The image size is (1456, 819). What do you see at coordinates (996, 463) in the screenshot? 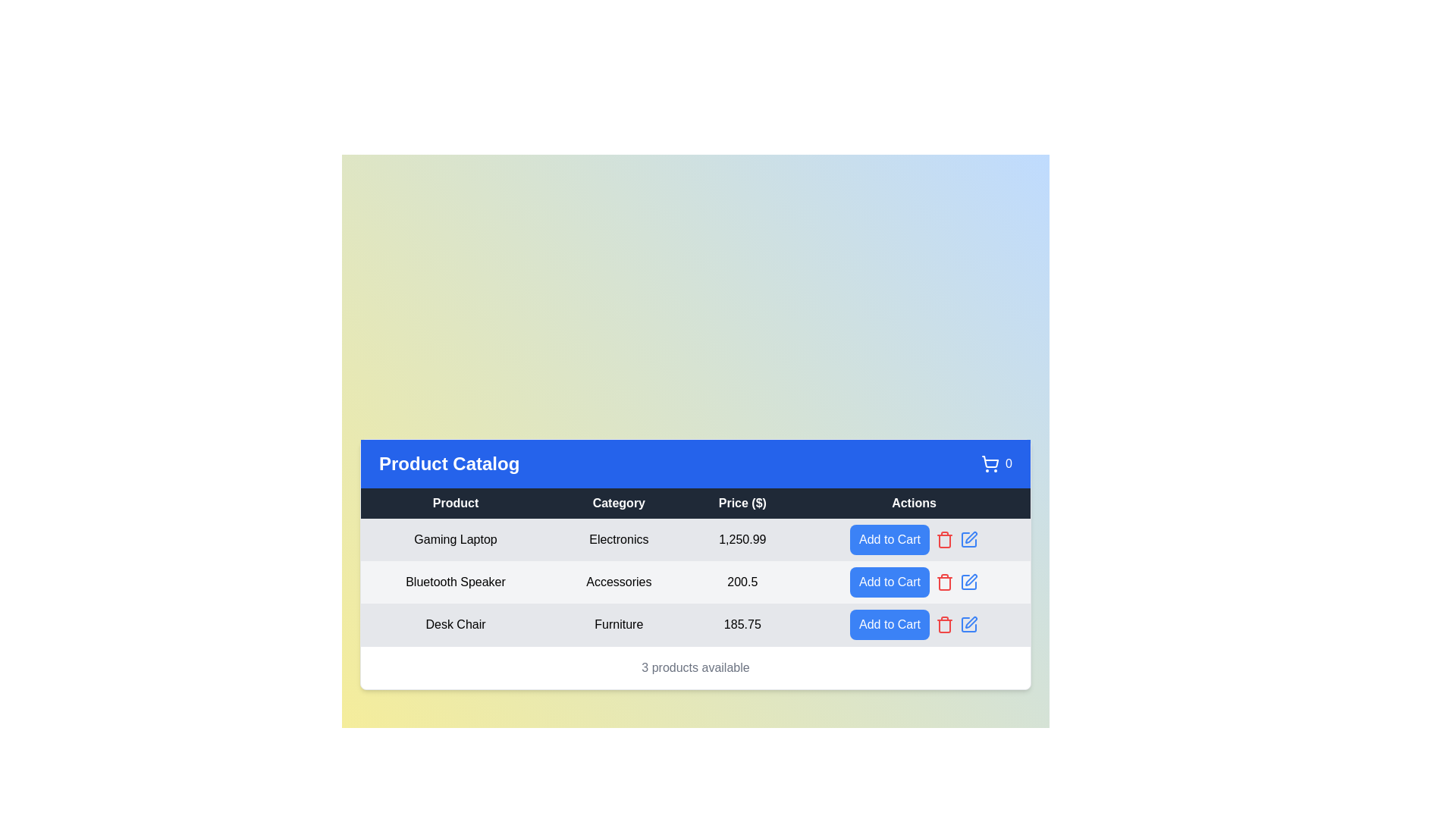
I see `the blue shopping cart icon with numeric label '0' in the top-right corner of the 'Product Catalog' header` at bounding box center [996, 463].